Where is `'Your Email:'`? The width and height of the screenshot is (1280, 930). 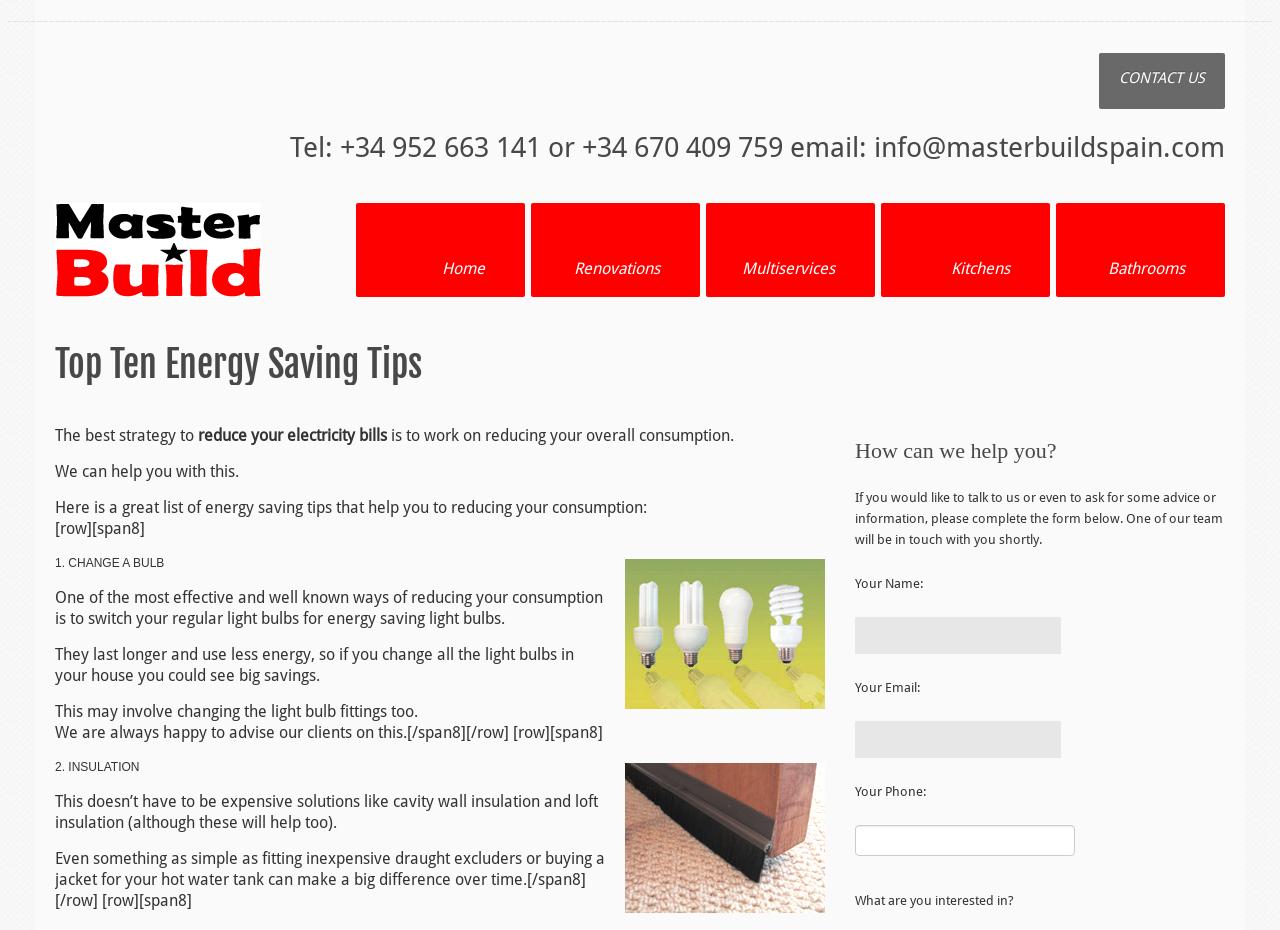 'Your Email:' is located at coordinates (886, 686).